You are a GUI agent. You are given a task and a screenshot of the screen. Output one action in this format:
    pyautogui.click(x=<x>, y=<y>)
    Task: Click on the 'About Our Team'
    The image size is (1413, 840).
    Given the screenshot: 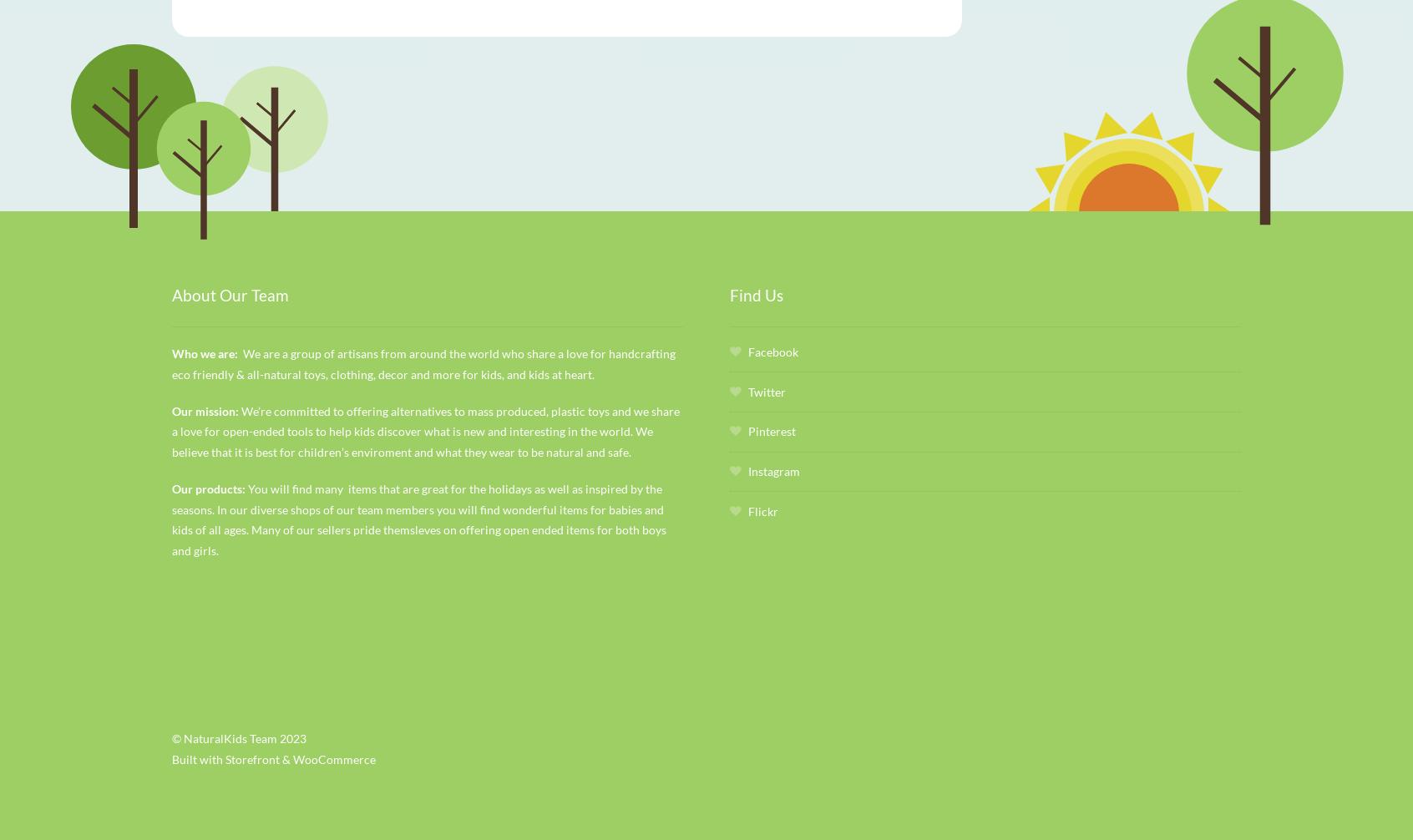 What is the action you would take?
    pyautogui.click(x=230, y=294)
    